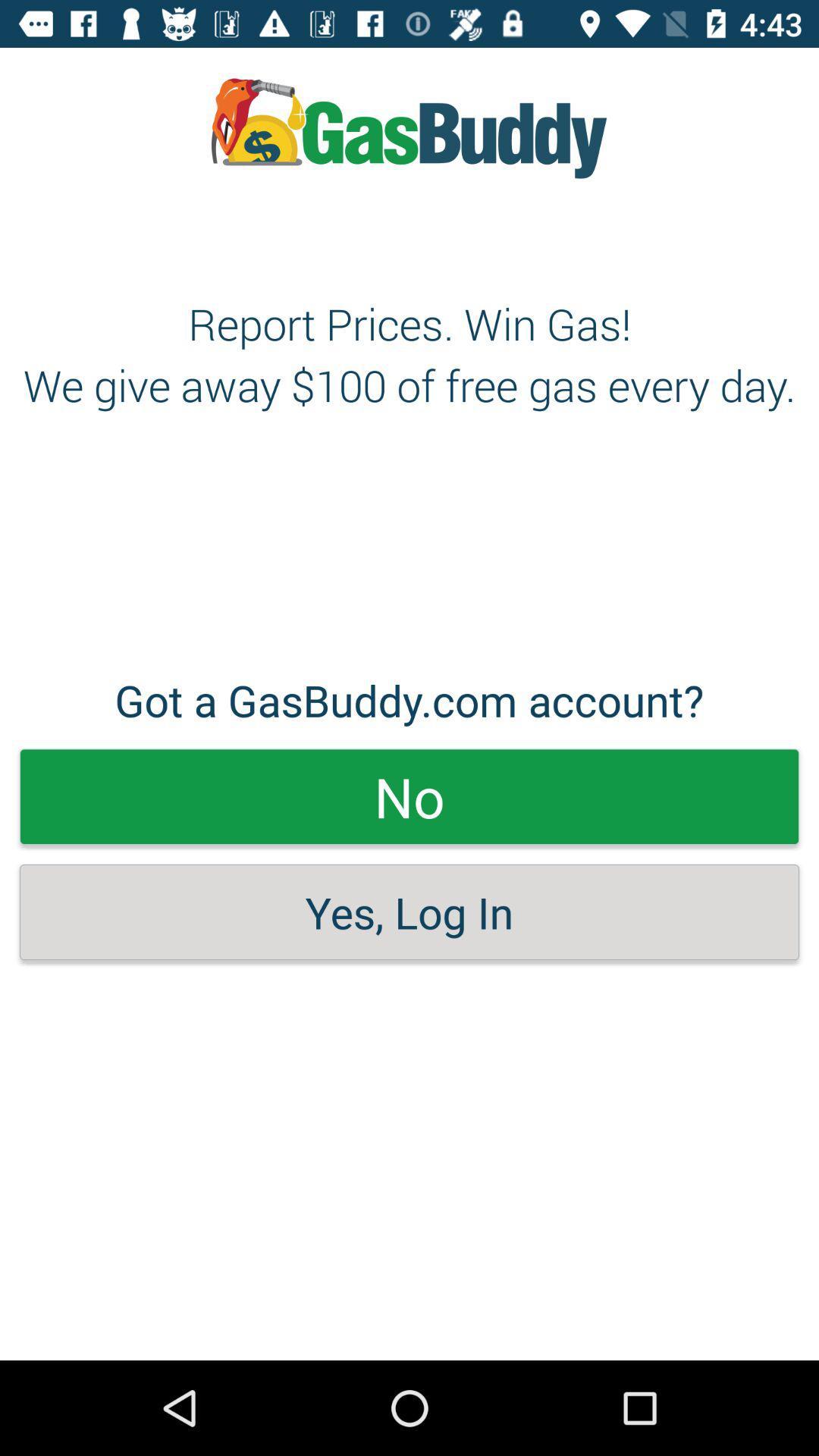  I want to click on icon above the yes, log in item, so click(409, 795).